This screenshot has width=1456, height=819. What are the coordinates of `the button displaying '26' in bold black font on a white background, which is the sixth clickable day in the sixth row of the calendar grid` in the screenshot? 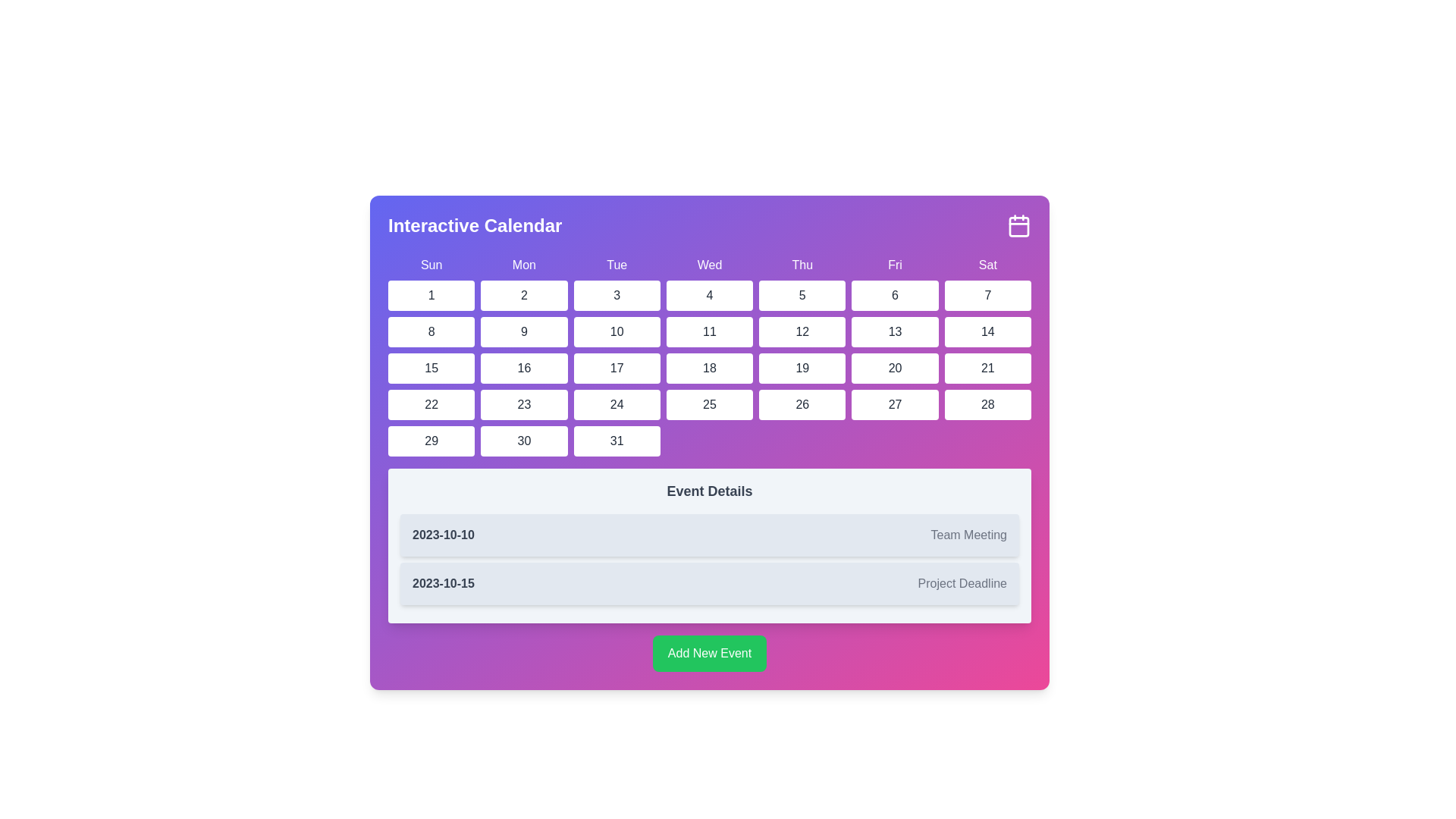 It's located at (802, 403).